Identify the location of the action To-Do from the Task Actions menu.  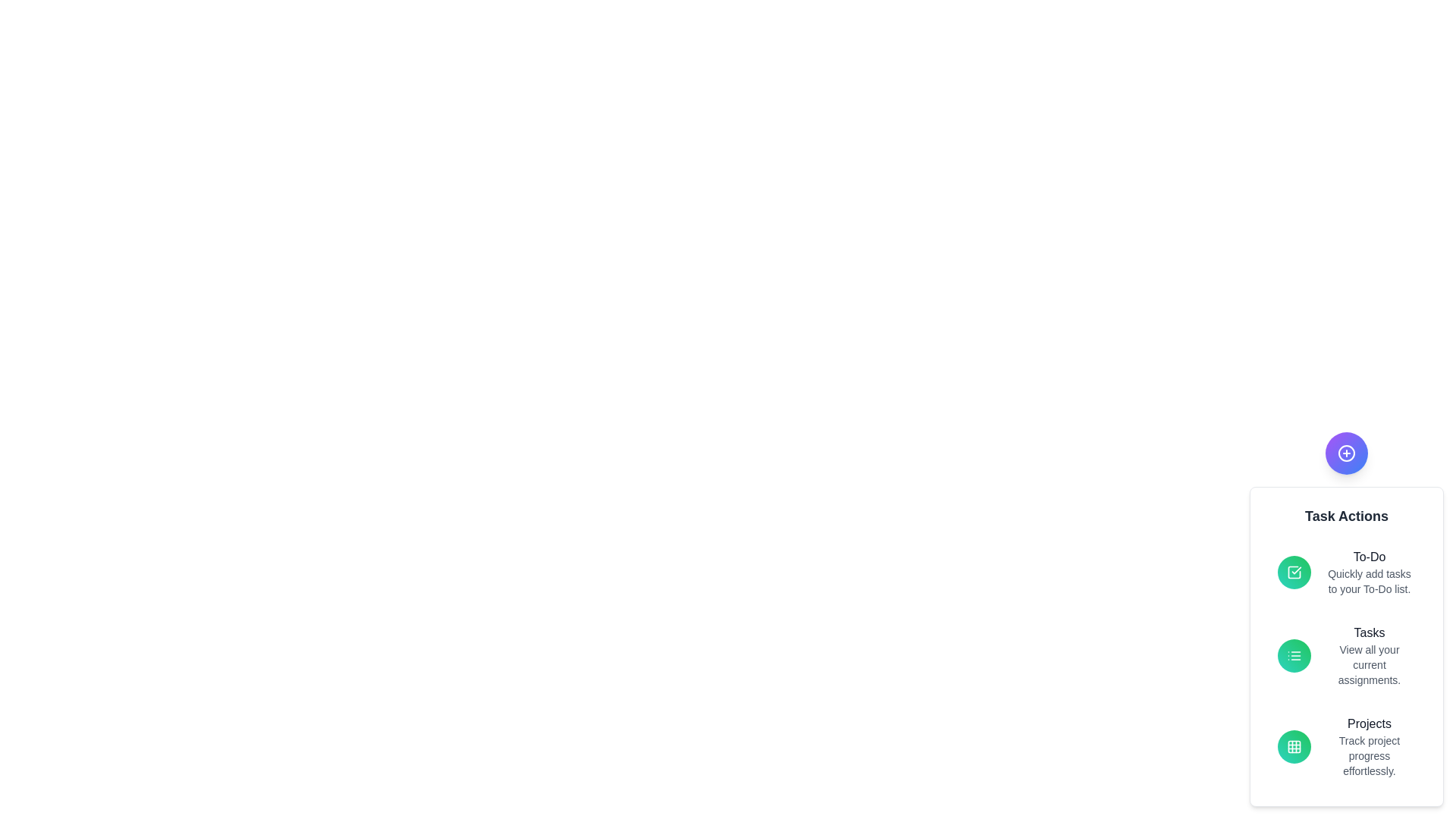
(1369, 557).